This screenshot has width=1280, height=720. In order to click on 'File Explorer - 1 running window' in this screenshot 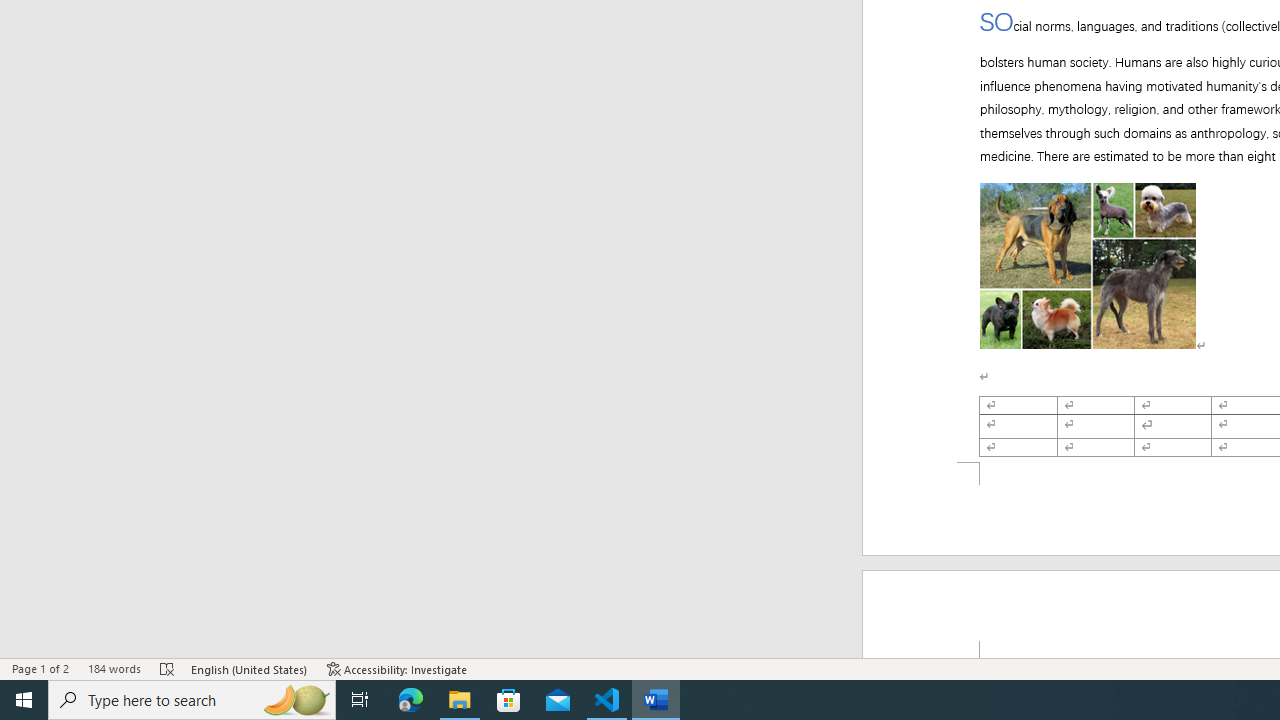, I will do `click(459, 698)`.